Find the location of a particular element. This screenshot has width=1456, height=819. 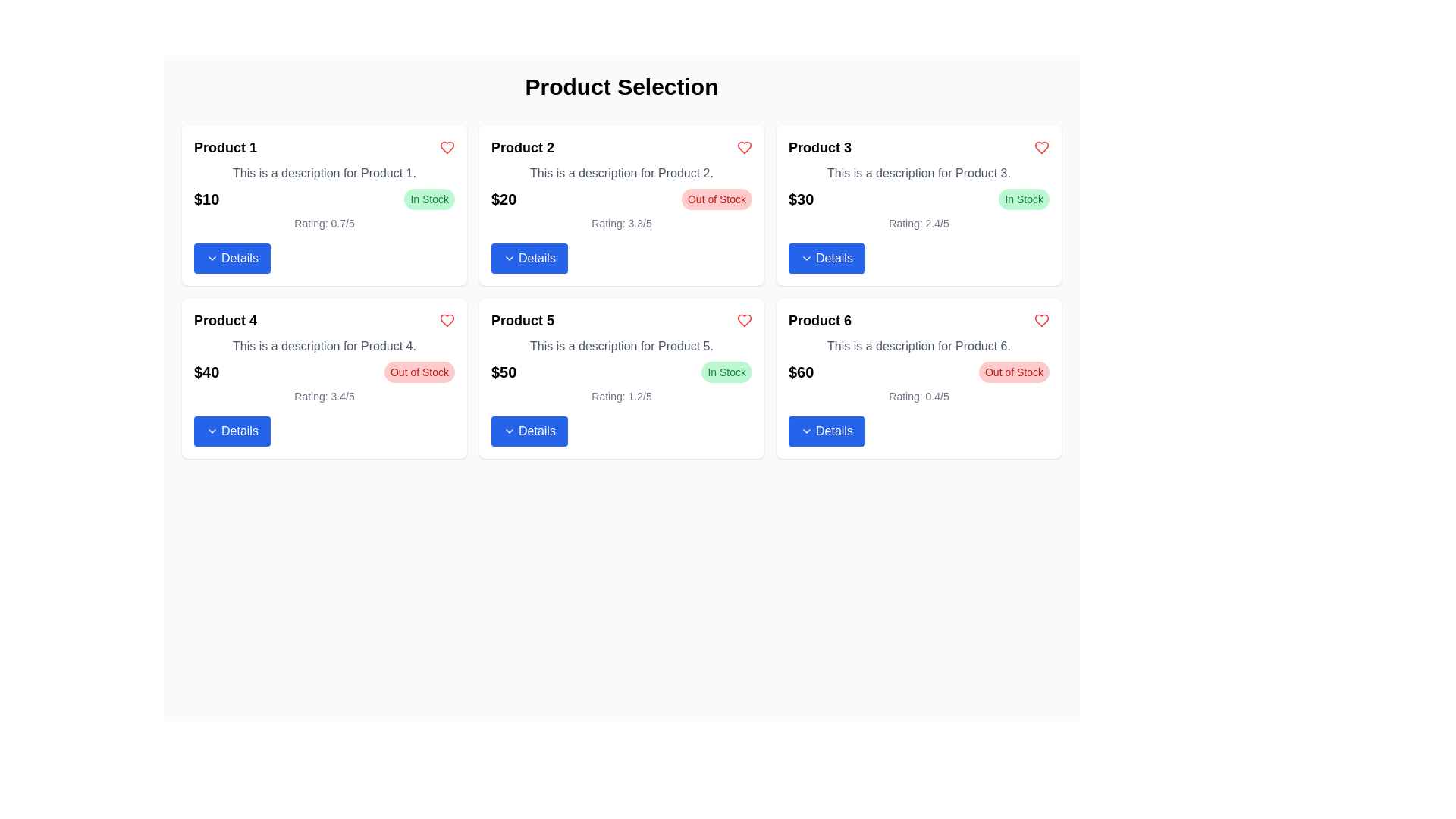

text from the Text Label that displays the title of the product in the second product card, positioned between 'Product 1' and 'Product 3' is located at coordinates (522, 148).